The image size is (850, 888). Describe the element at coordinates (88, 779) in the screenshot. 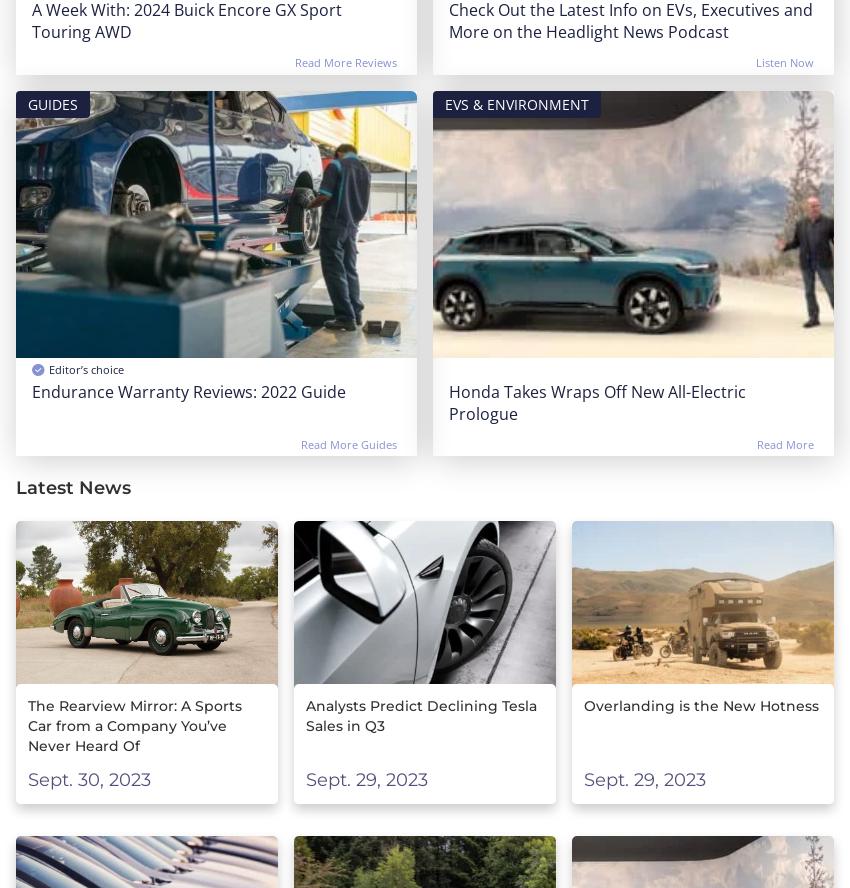

I see `'Sept. 30, 2023'` at that location.